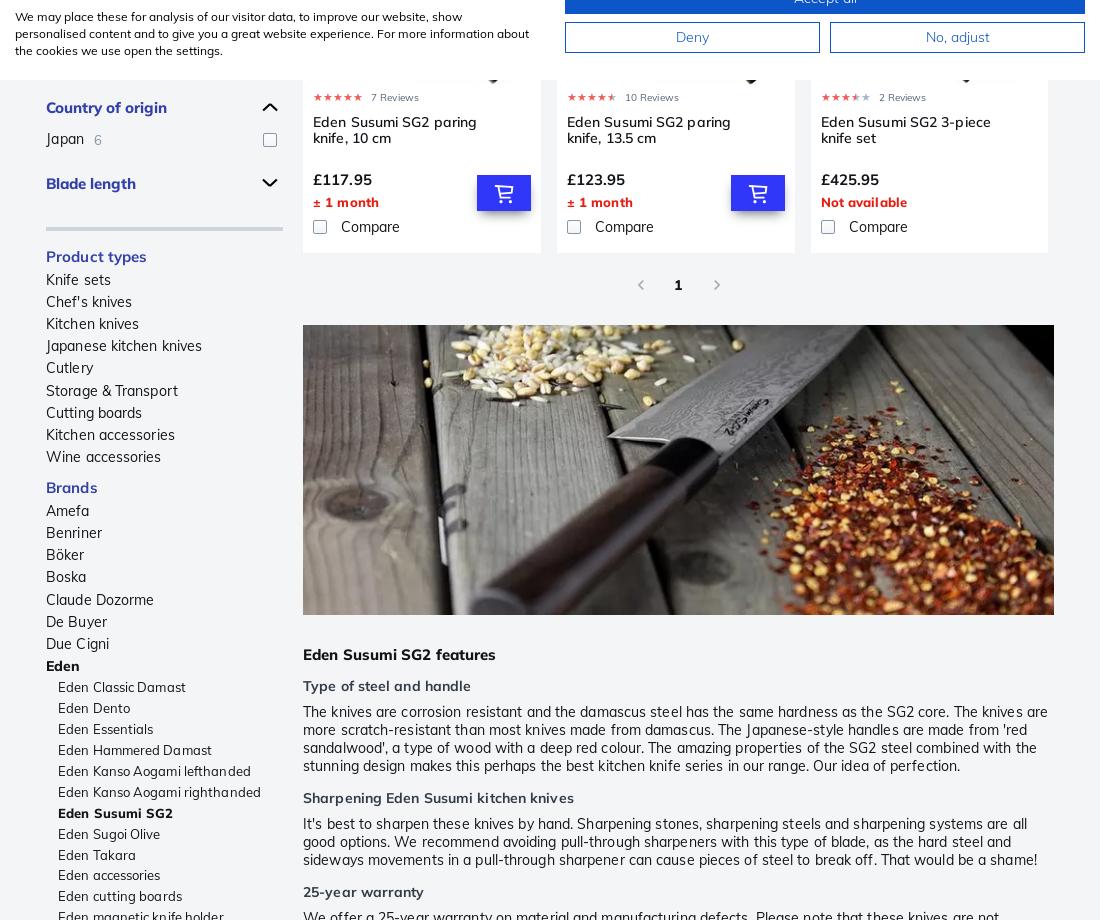  I want to click on '6', so click(98, 138).